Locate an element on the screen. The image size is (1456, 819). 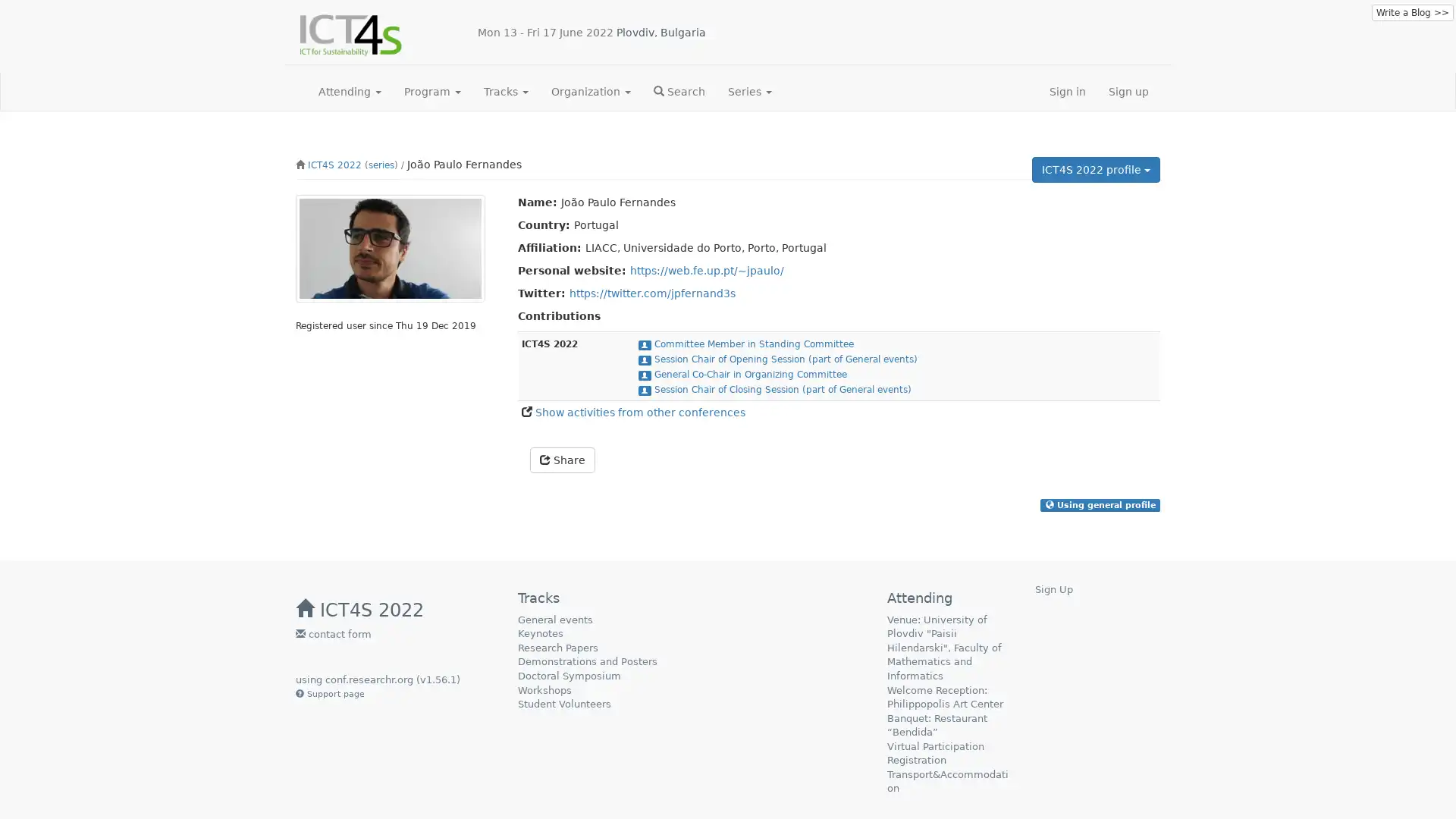
ICT4S 2022 profile is located at coordinates (1096, 169).